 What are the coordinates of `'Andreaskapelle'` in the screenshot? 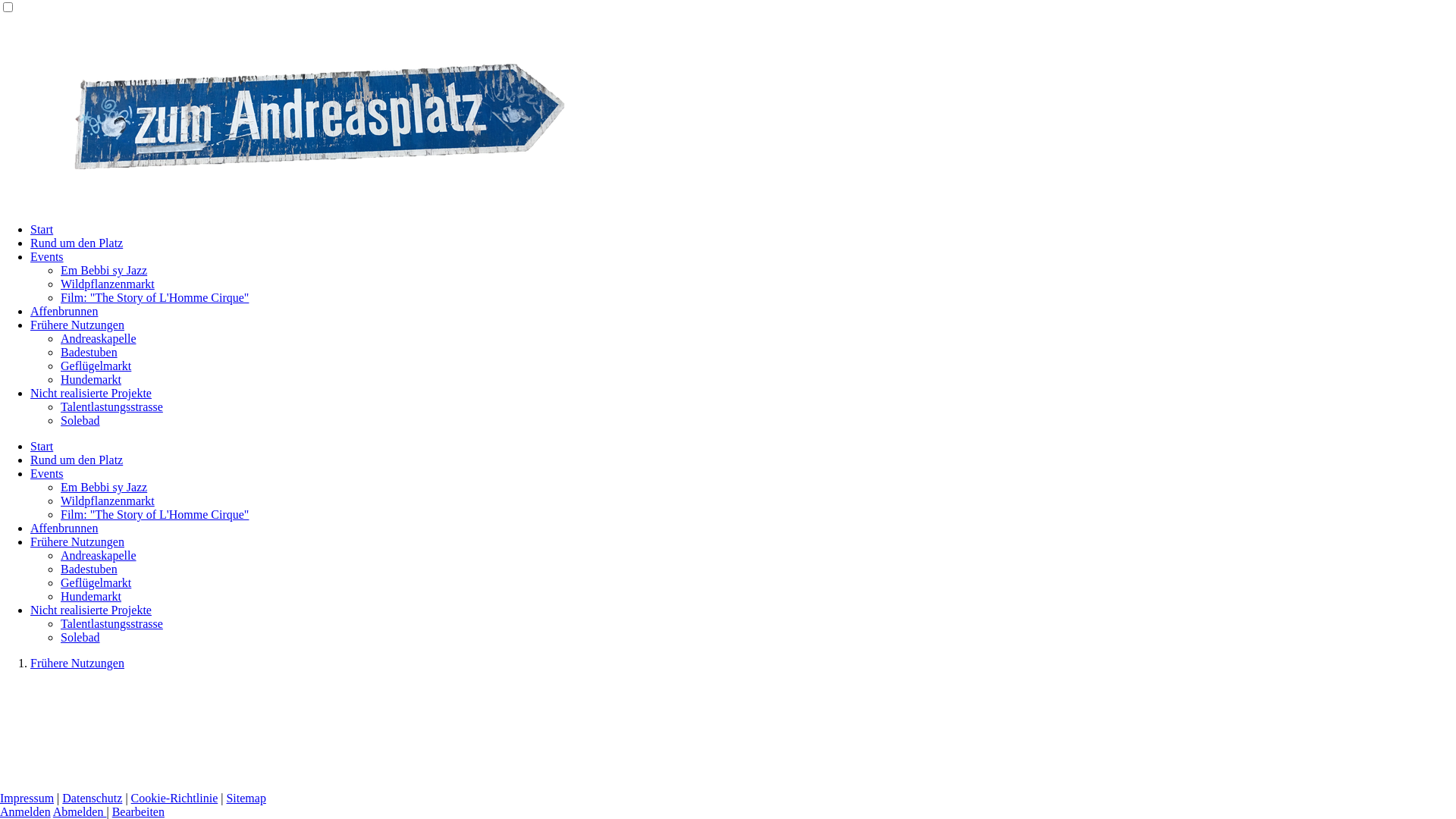 It's located at (97, 555).